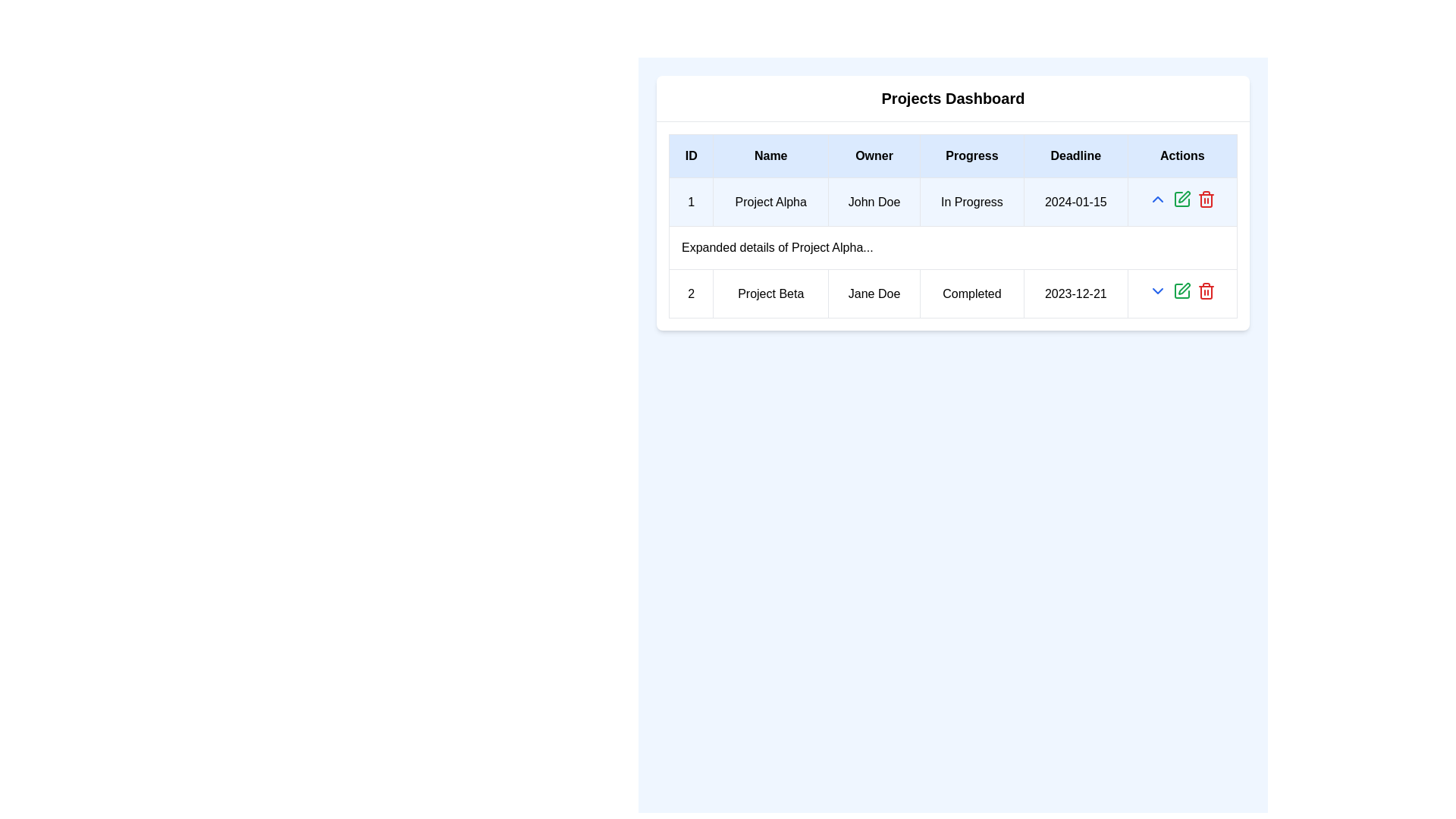 Image resolution: width=1456 pixels, height=819 pixels. I want to click on the table header row with a light blue background containing the labels 'ID', 'Name', 'Owner', 'Progress', 'Deadline', and 'Actions', so click(952, 155).